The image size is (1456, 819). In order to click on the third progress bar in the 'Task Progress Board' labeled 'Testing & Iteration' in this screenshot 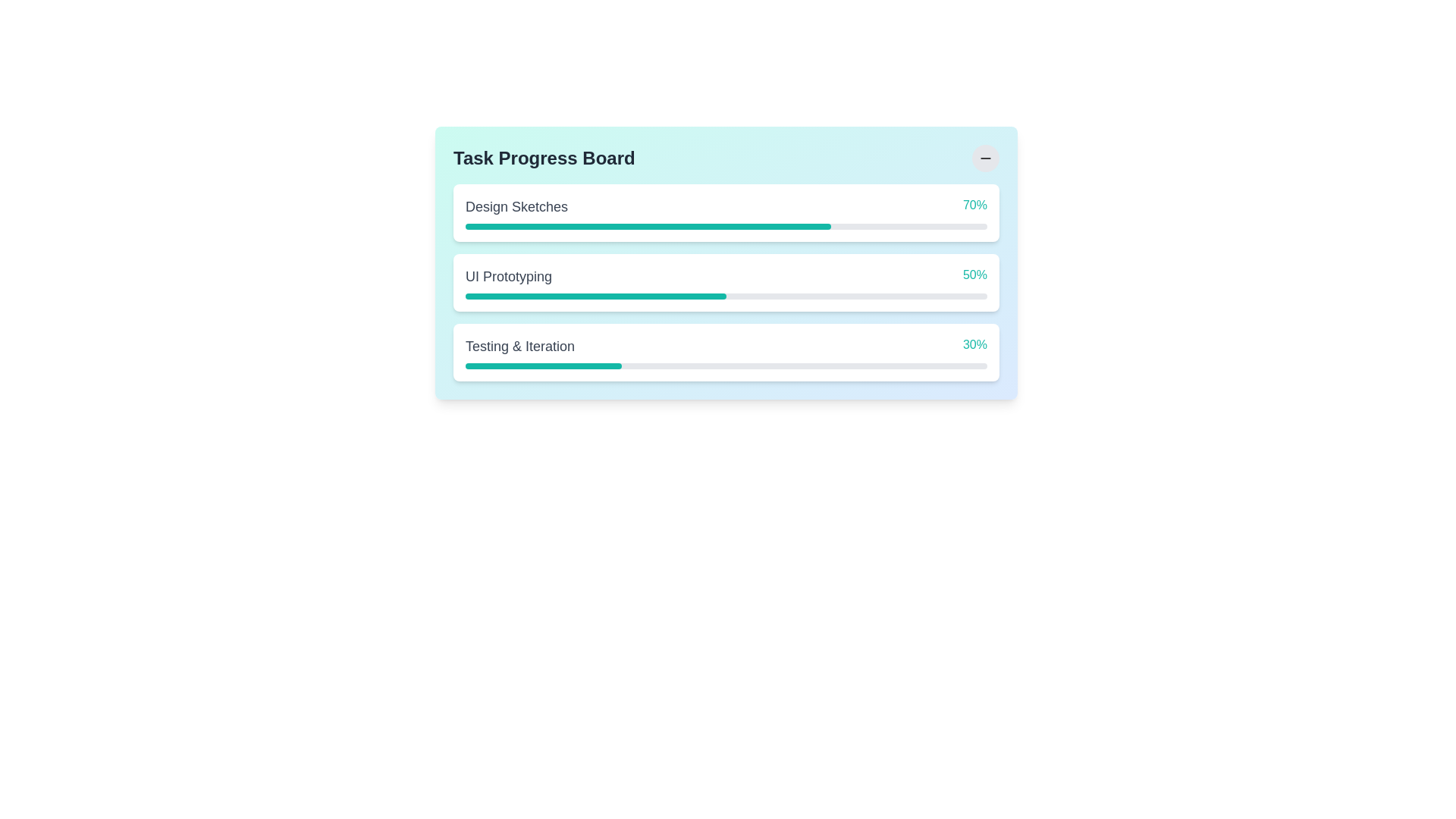, I will do `click(726, 353)`.